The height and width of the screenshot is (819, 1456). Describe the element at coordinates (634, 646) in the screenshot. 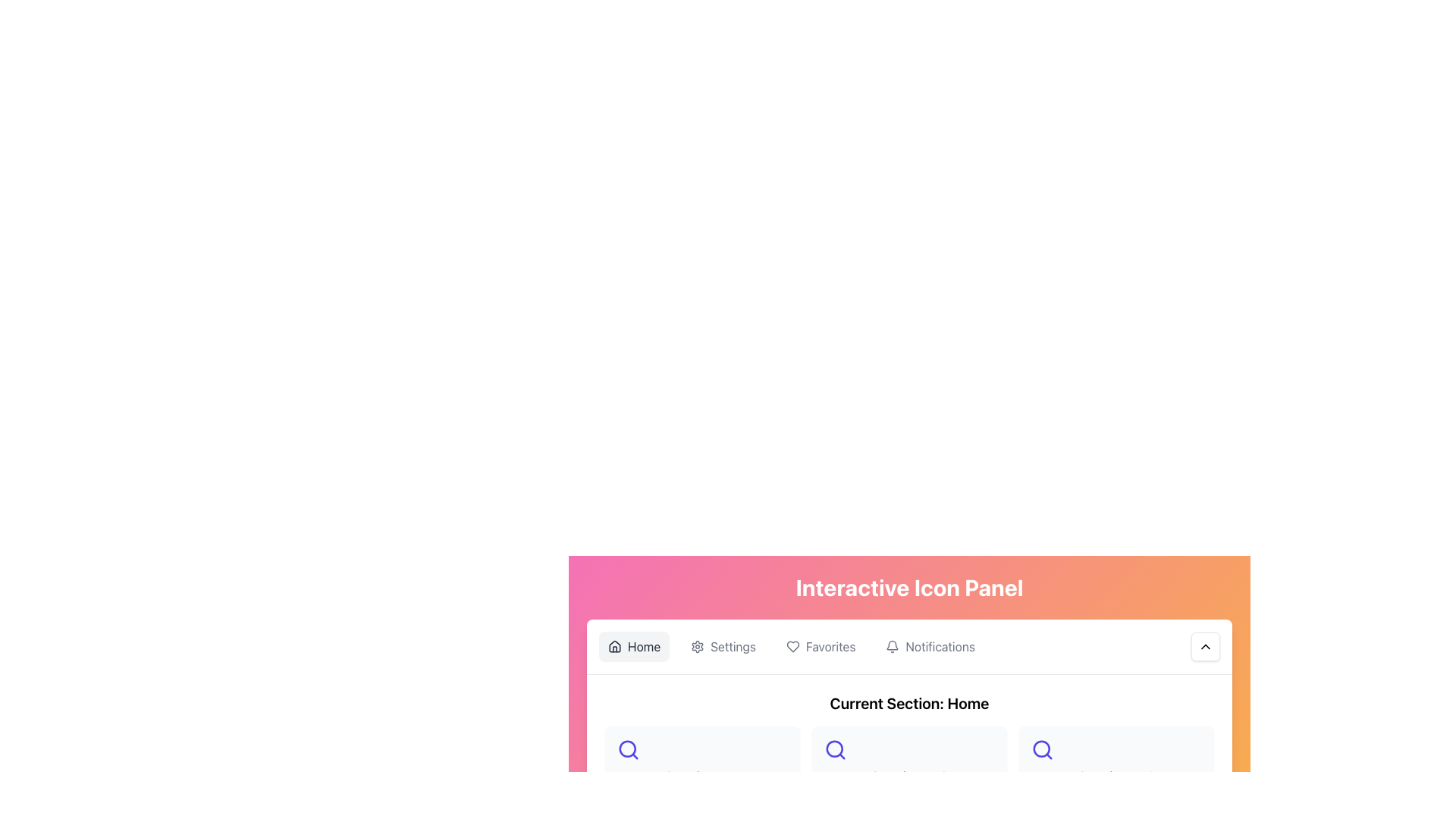

I see `the 'Home' button located on the navigation bar at the top of the interface, which features a house-shaped icon and the text 'Home'` at that location.